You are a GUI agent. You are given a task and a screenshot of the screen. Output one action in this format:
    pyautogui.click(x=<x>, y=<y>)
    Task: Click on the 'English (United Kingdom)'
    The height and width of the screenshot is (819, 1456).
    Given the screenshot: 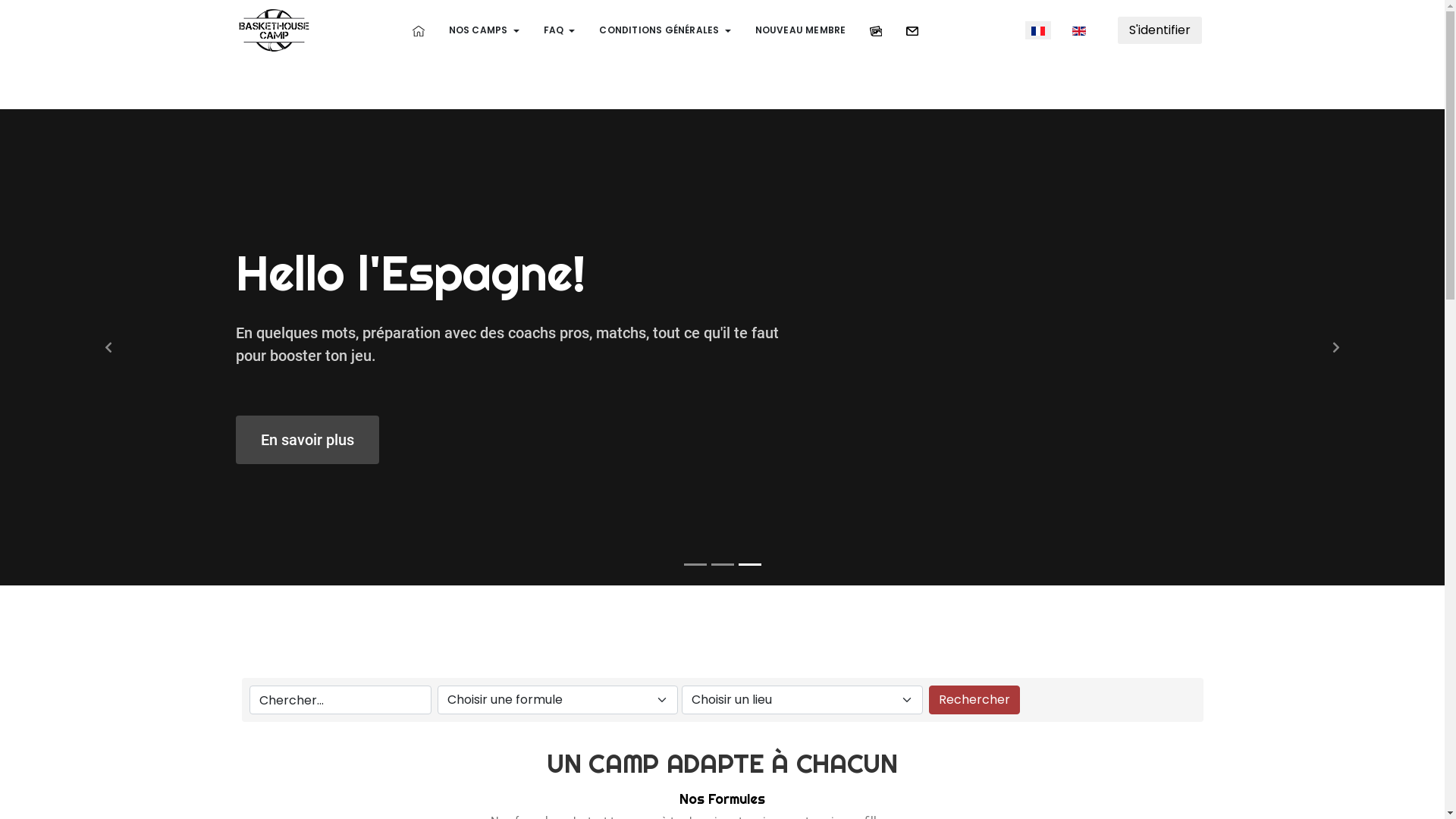 What is the action you would take?
    pyautogui.click(x=1072, y=31)
    